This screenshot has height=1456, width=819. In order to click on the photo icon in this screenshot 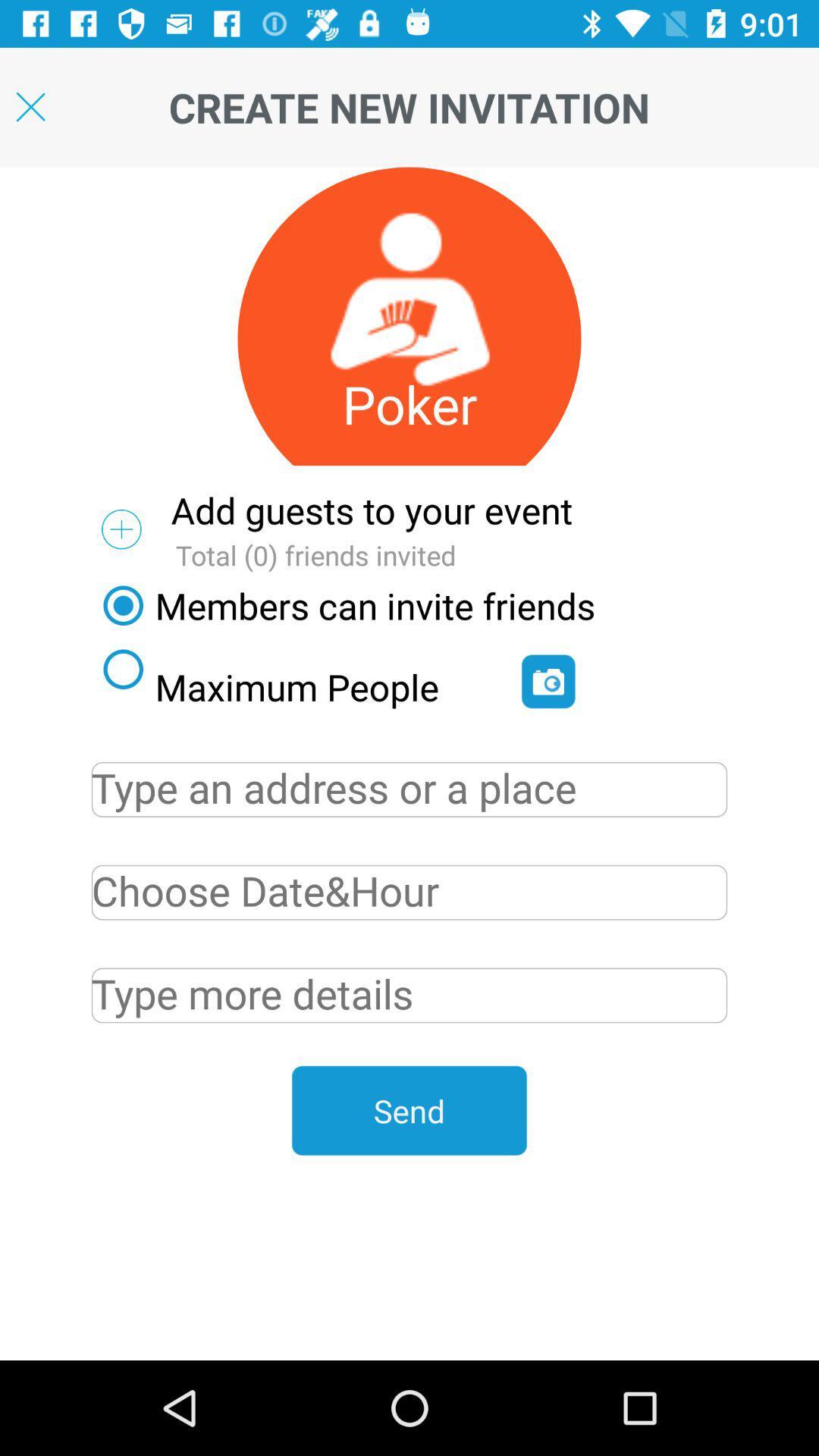, I will do `click(548, 680)`.